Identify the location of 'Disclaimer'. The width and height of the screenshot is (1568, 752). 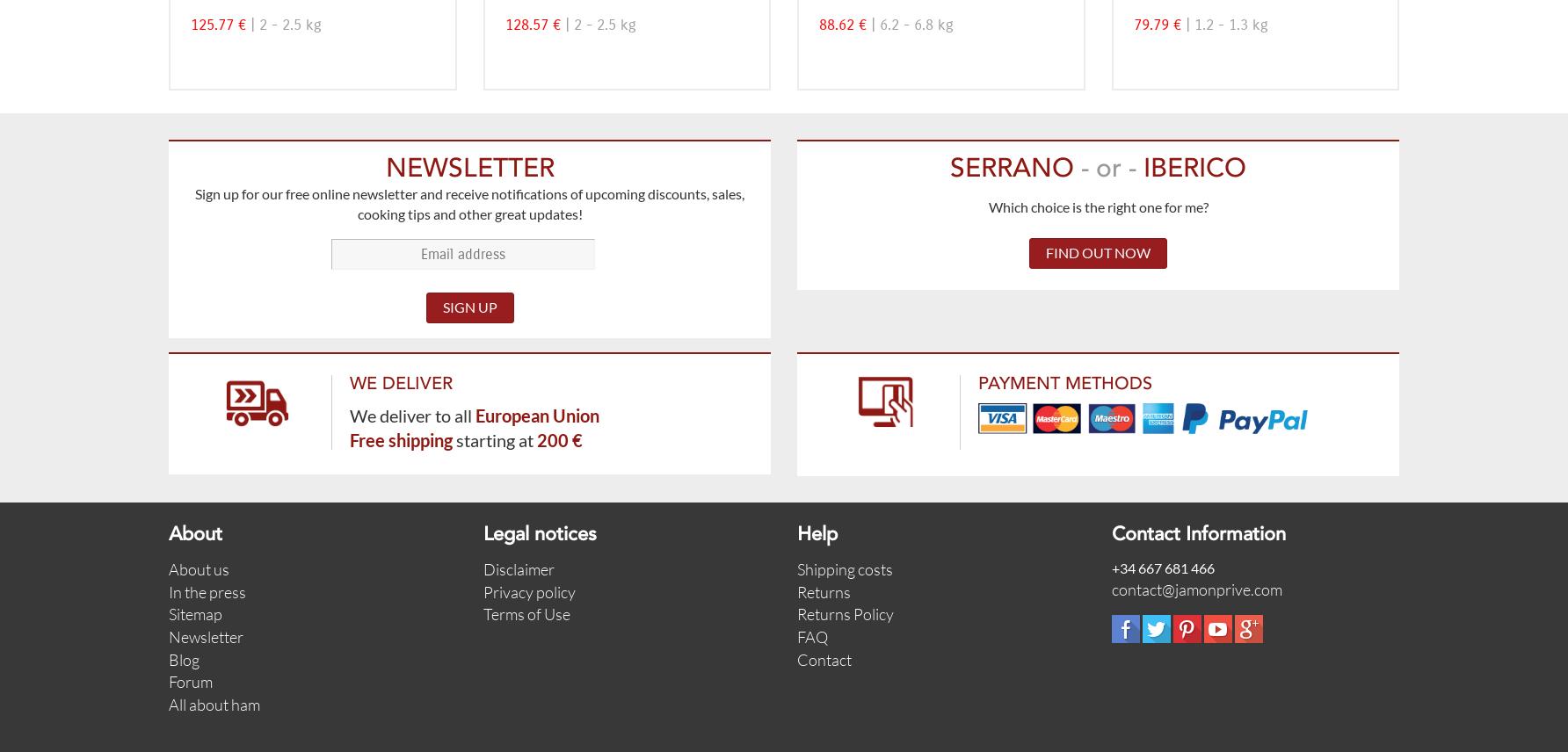
(482, 568).